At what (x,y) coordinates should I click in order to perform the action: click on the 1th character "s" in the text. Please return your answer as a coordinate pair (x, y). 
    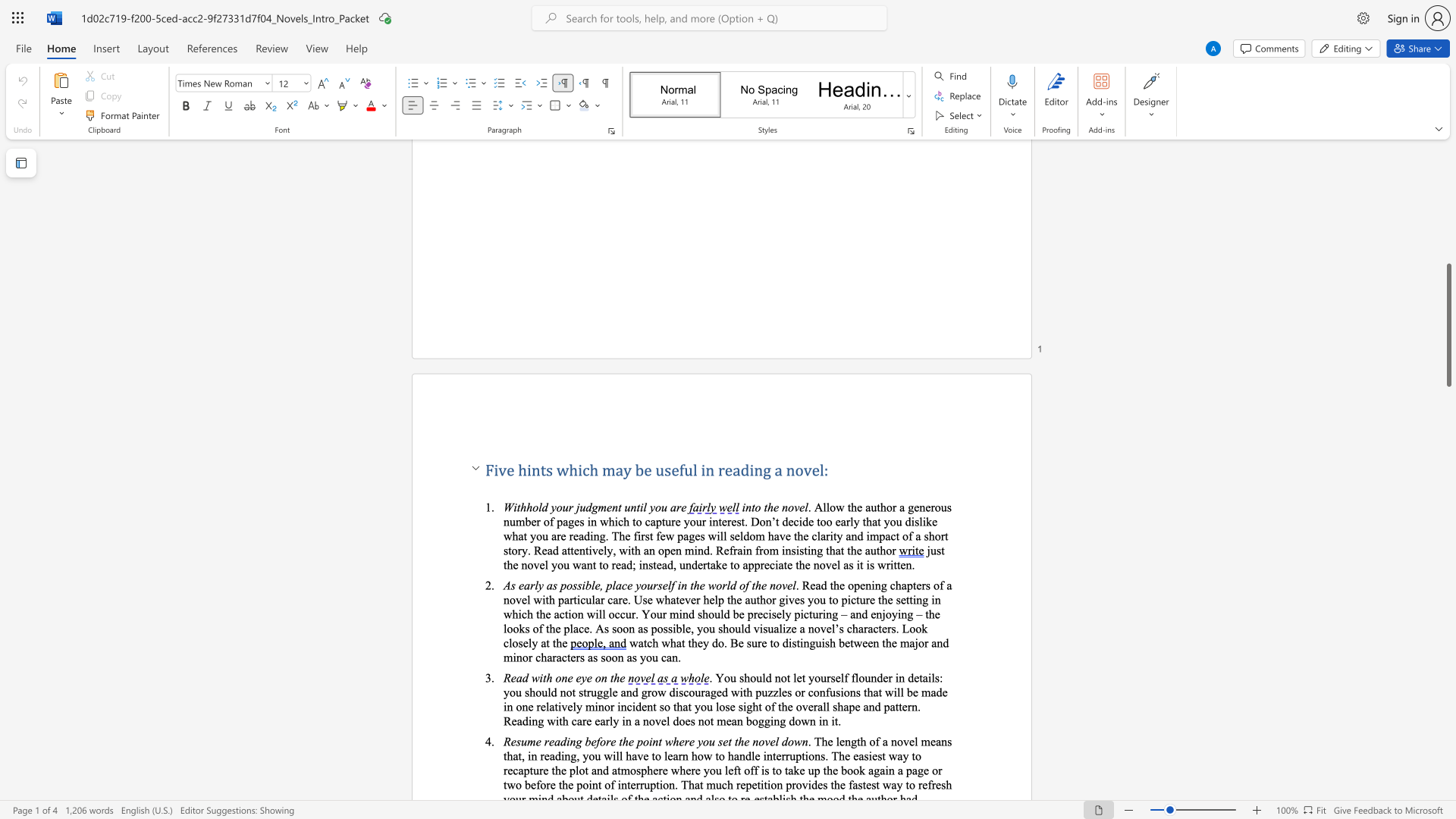
    Looking at the image, I should click on (548, 469).